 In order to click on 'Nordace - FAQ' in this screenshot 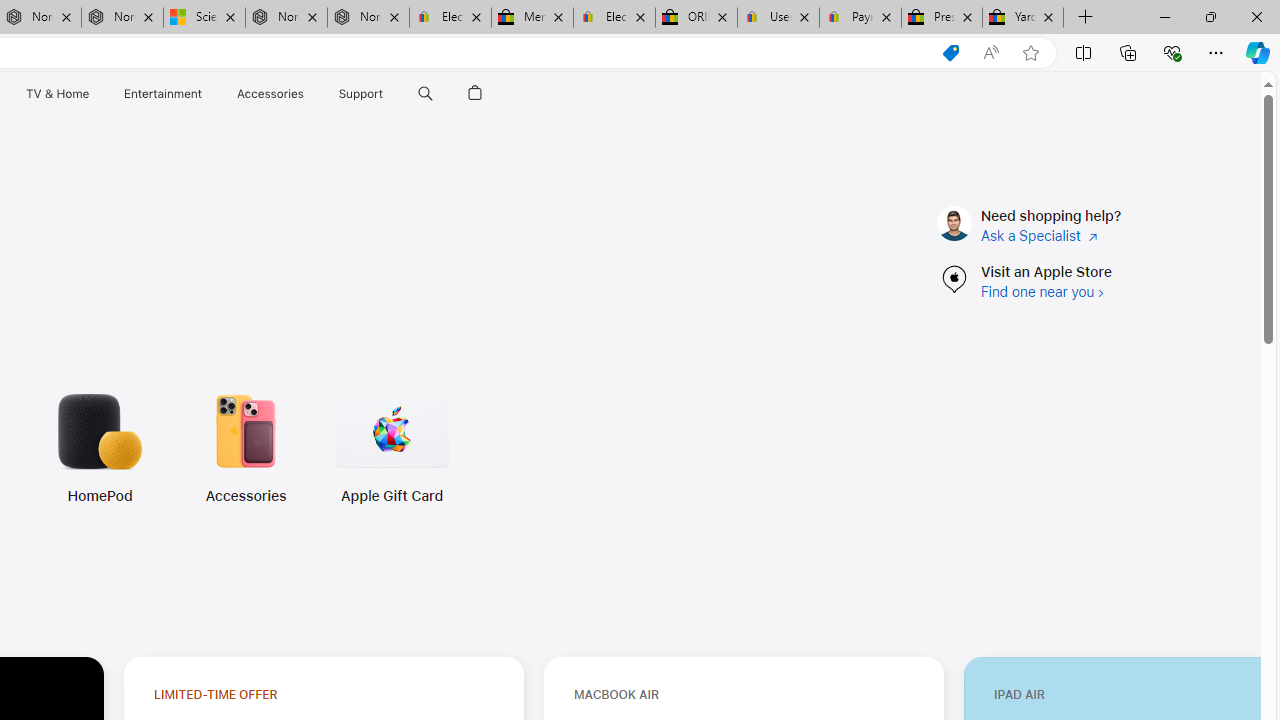, I will do `click(368, 17)`.